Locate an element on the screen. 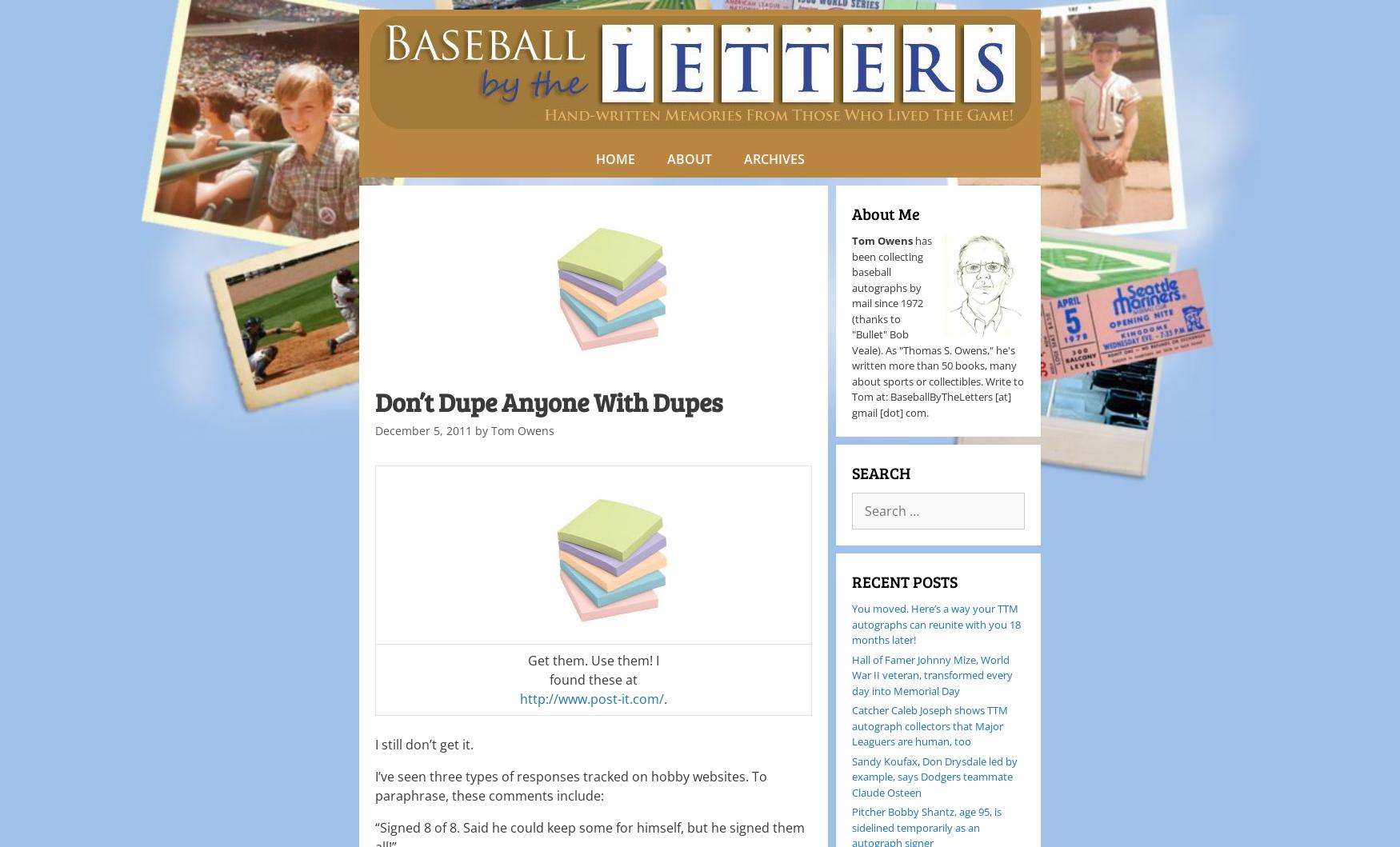 Image resolution: width=1400 pixels, height=847 pixels. 'http://www.post-it.com/' is located at coordinates (592, 698).